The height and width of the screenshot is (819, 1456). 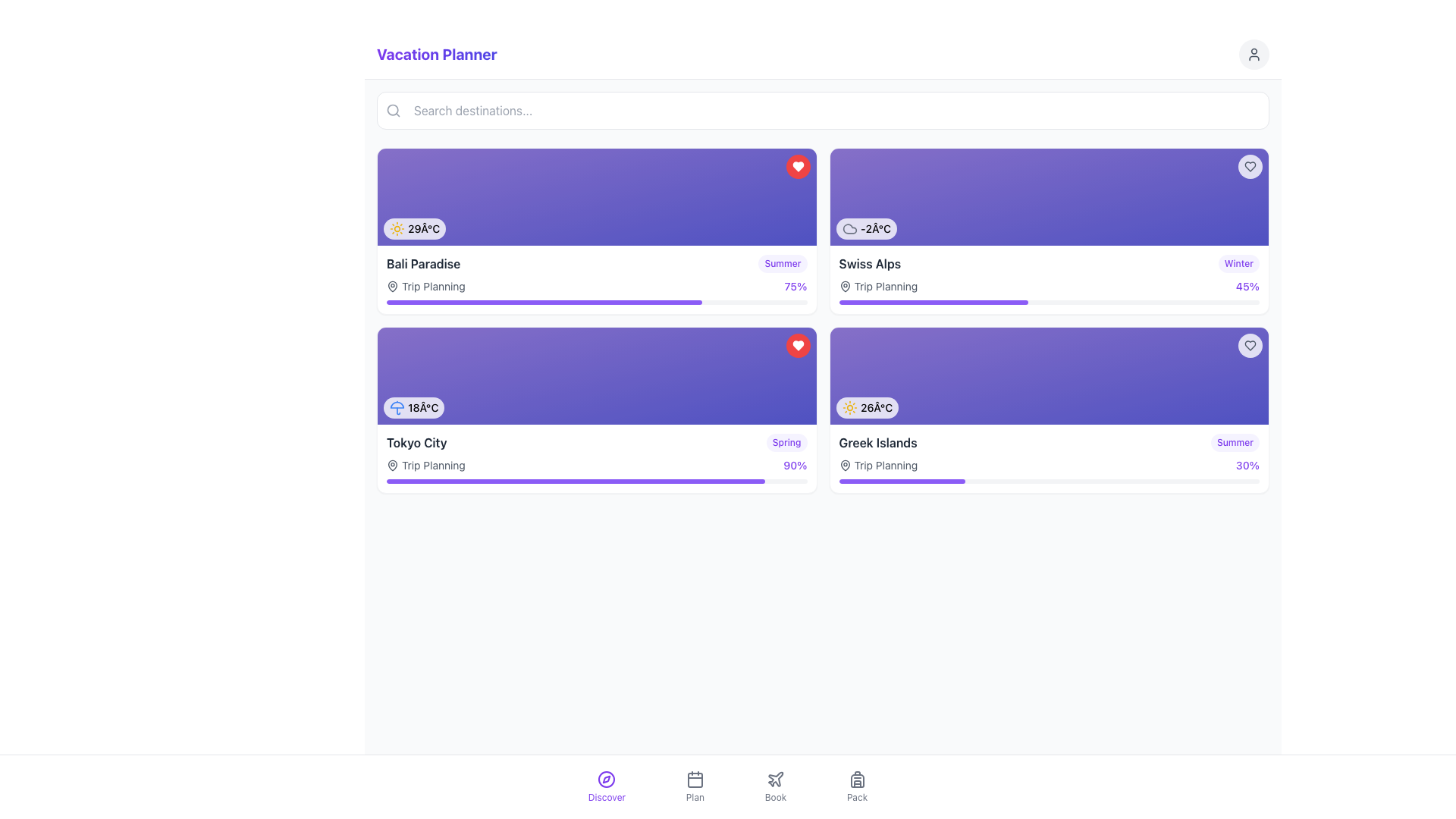 What do you see at coordinates (849, 406) in the screenshot?
I see `the sun icon indicating sunny weather conditions, located next to the temperature display of '26Â°C.'` at bounding box center [849, 406].